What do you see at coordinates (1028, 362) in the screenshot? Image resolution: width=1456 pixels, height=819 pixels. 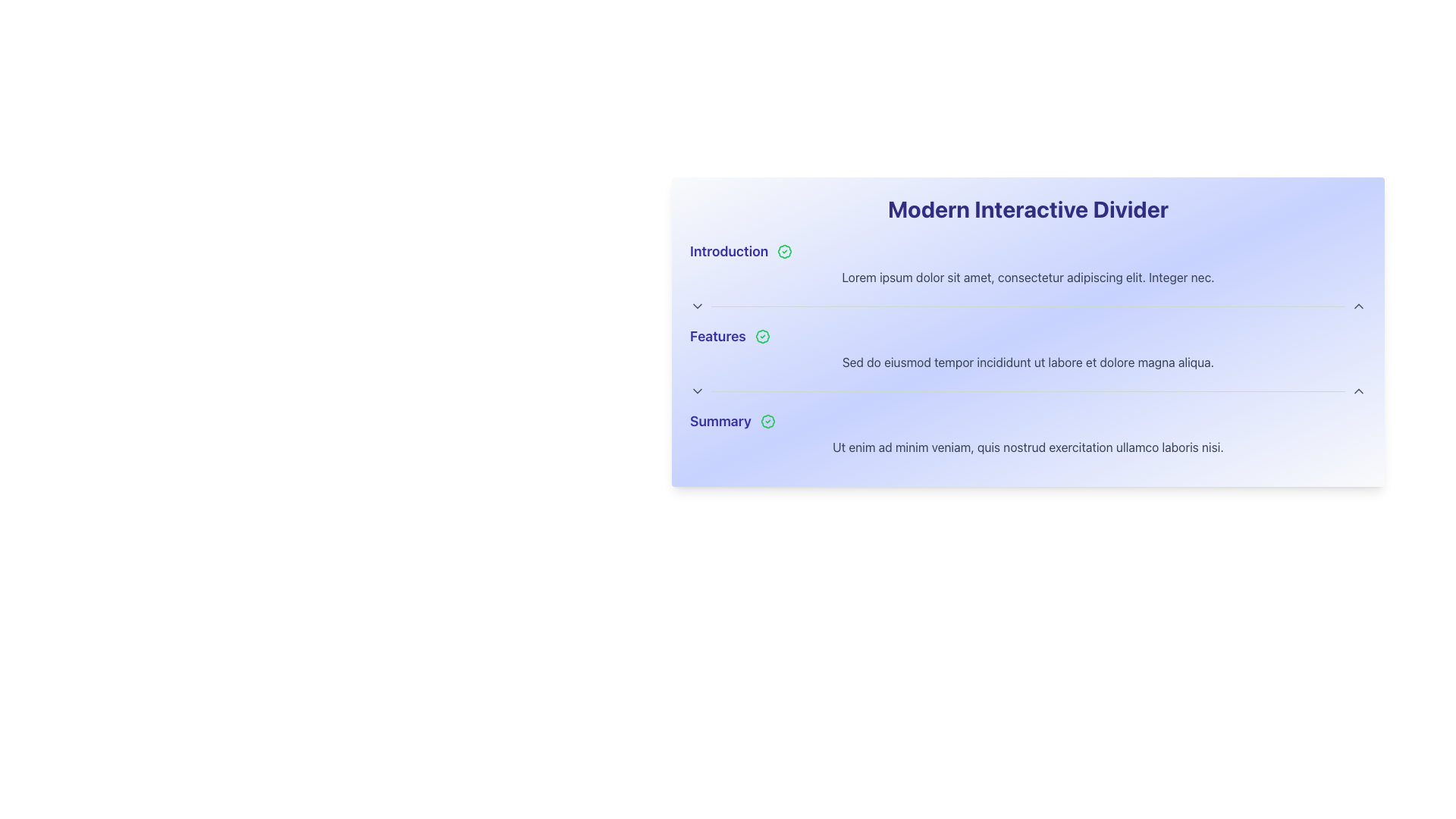 I see `the text block that reads 'Sed do eiusmod tempor incididunt ut labore et dolore magna aliqua,' which is styled in gray and located within the collapsible 'Features' section` at bounding box center [1028, 362].